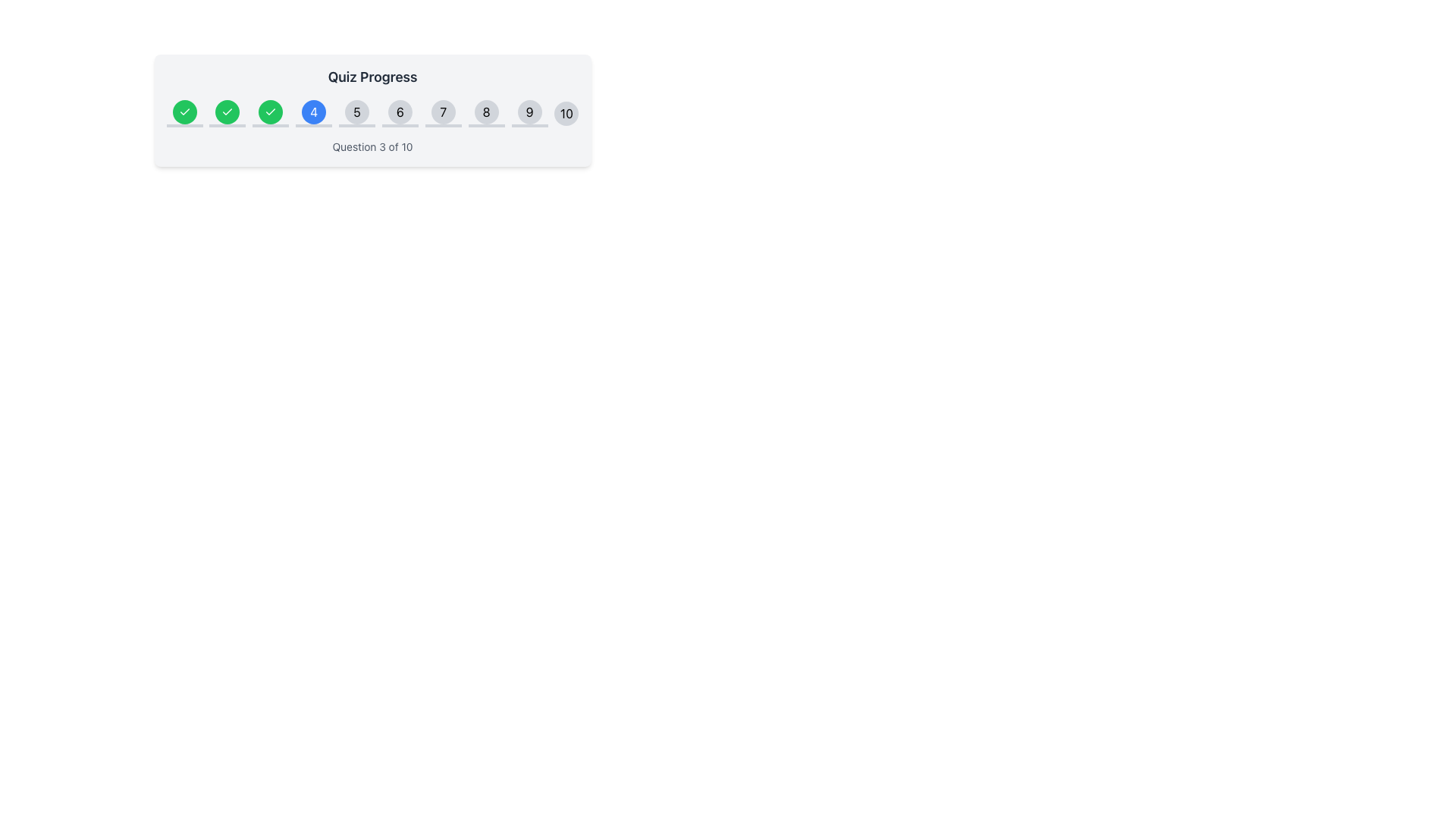 The height and width of the screenshot is (819, 1456). I want to click on the fourth stage indicator button in the Quiz Progress section to interact with it, so click(313, 113).